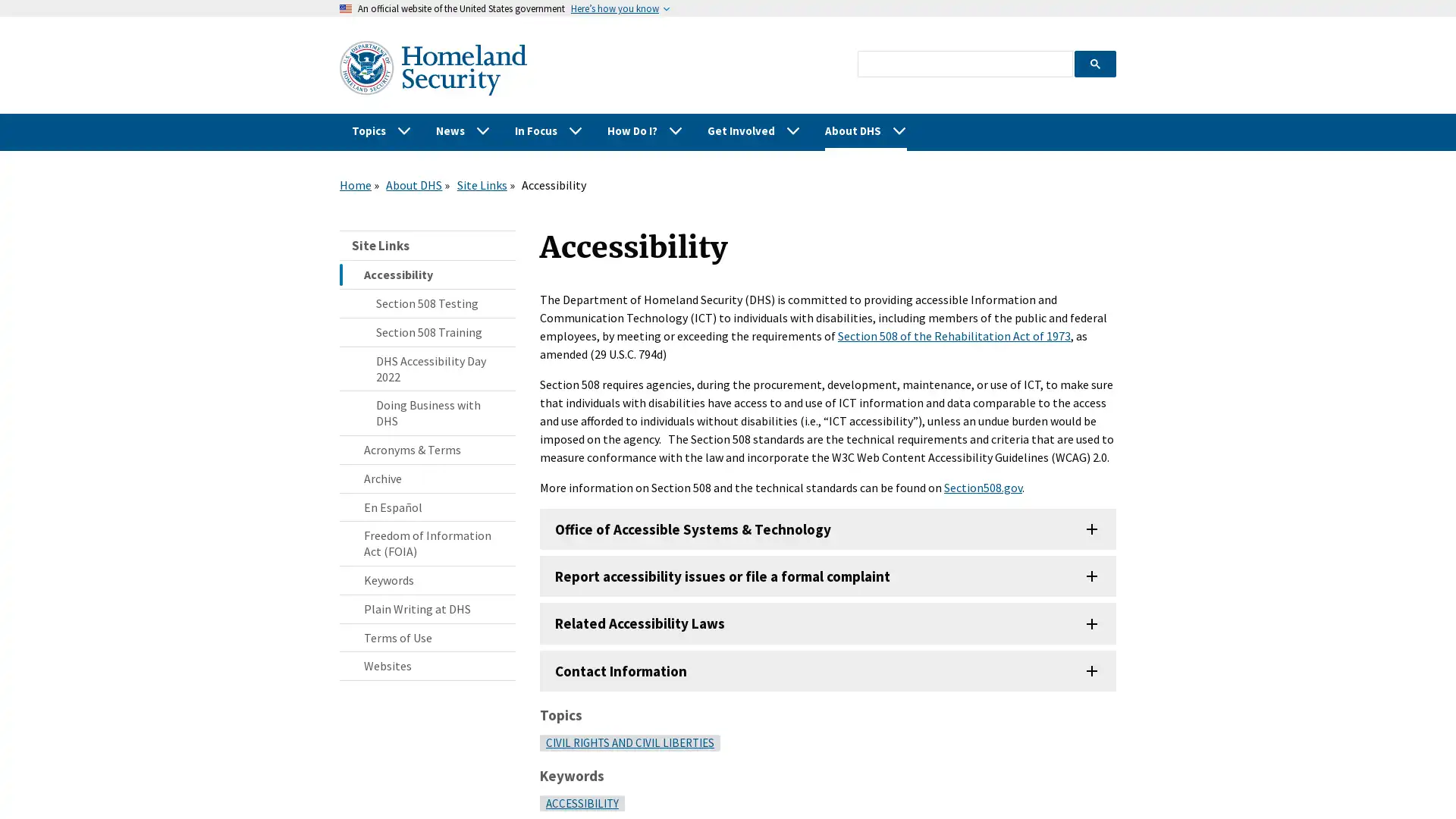 Image resolution: width=1456 pixels, height=819 pixels. Describe the element at coordinates (381, 130) in the screenshot. I see `Topics` at that location.